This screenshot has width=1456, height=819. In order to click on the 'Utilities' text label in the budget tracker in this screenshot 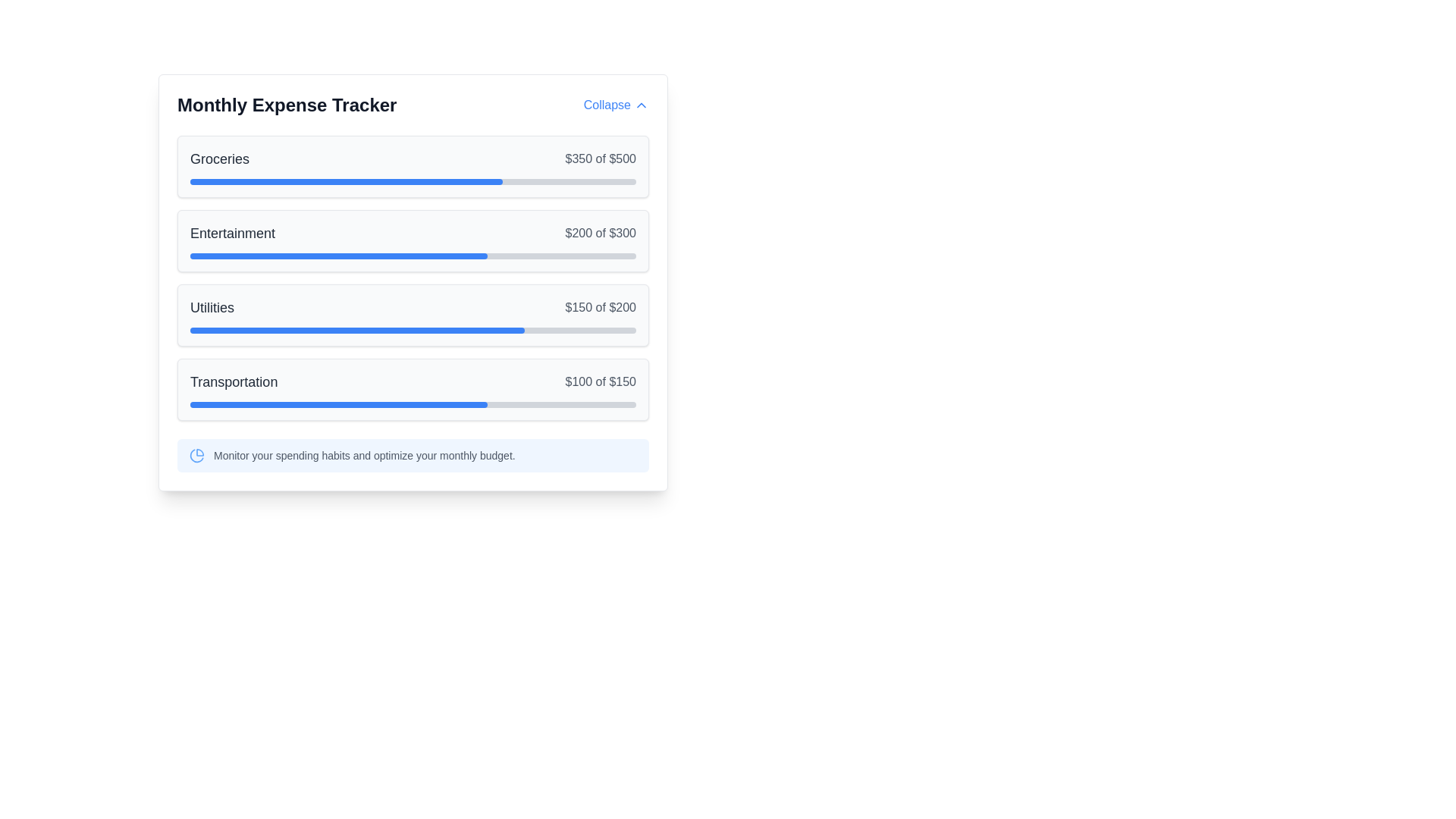, I will do `click(211, 307)`.